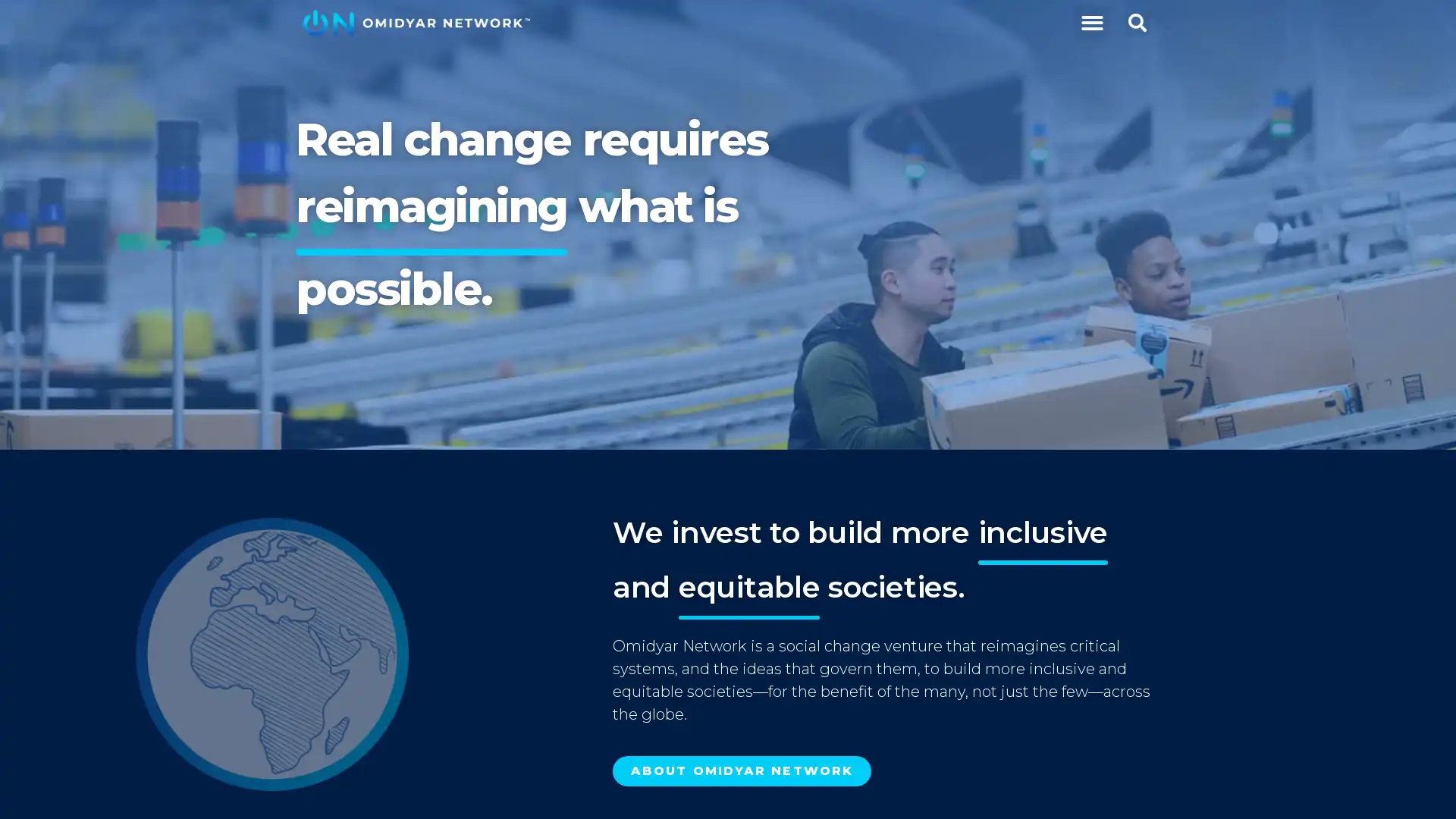 Image resolution: width=1456 pixels, height=819 pixels. What do you see at coordinates (1090, 23) in the screenshot?
I see `Menu Toggle` at bounding box center [1090, 23].